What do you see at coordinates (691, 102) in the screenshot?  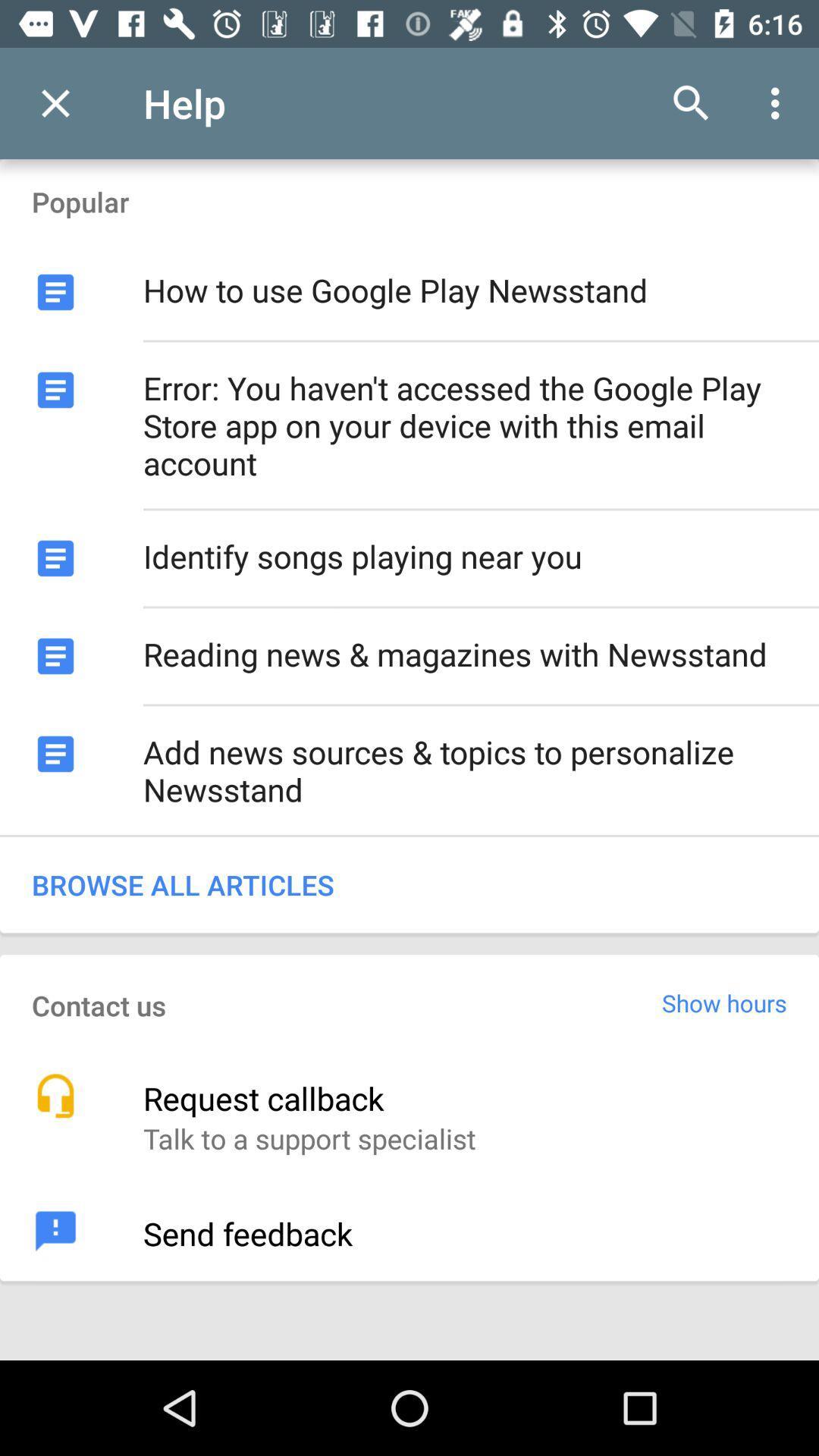 I see `the item above the how to use item` at bounding box center [691, 102].